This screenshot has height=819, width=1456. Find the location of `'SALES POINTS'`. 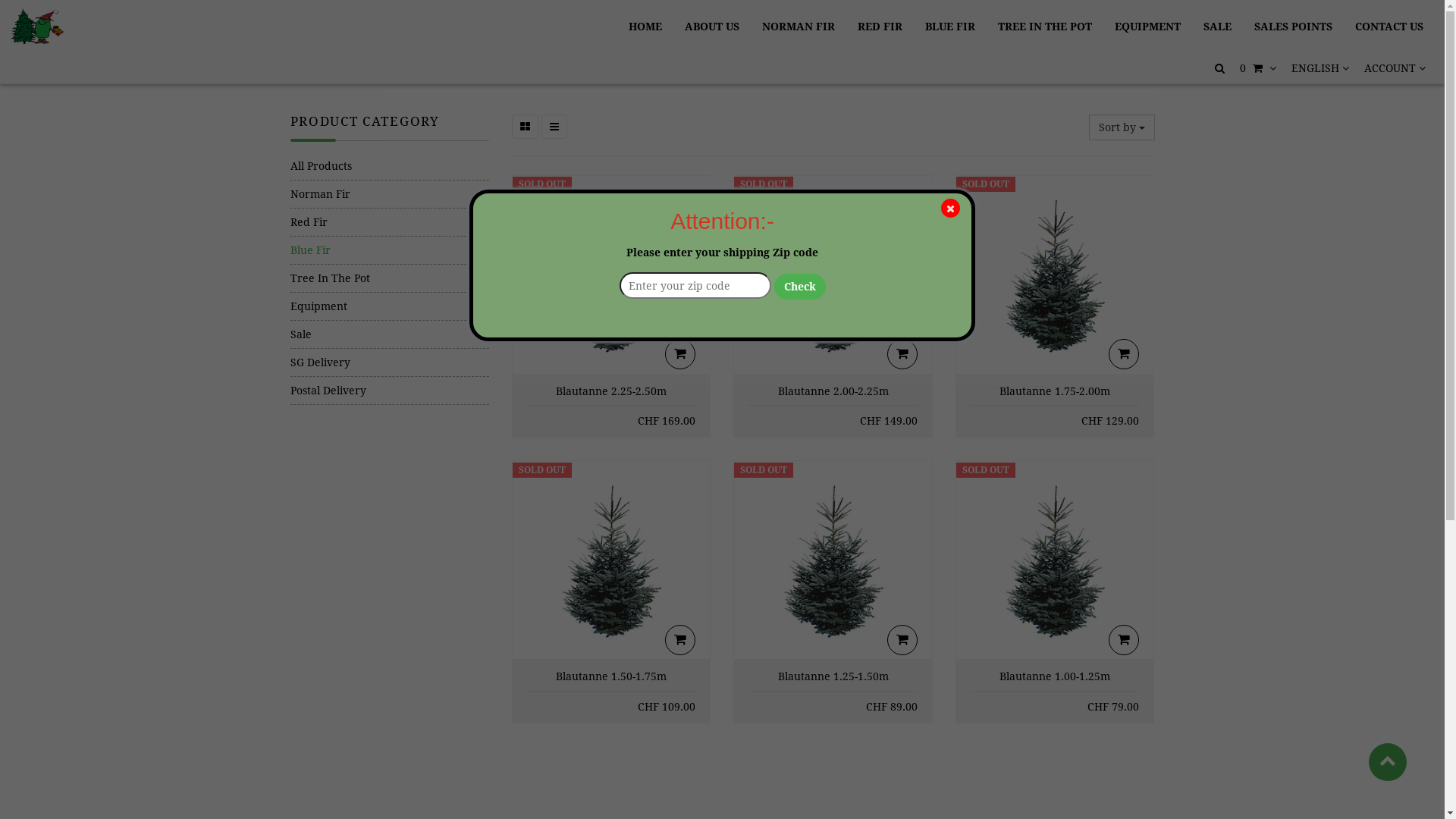

'SALES POINTS' is located at coordinates (1244, 26).